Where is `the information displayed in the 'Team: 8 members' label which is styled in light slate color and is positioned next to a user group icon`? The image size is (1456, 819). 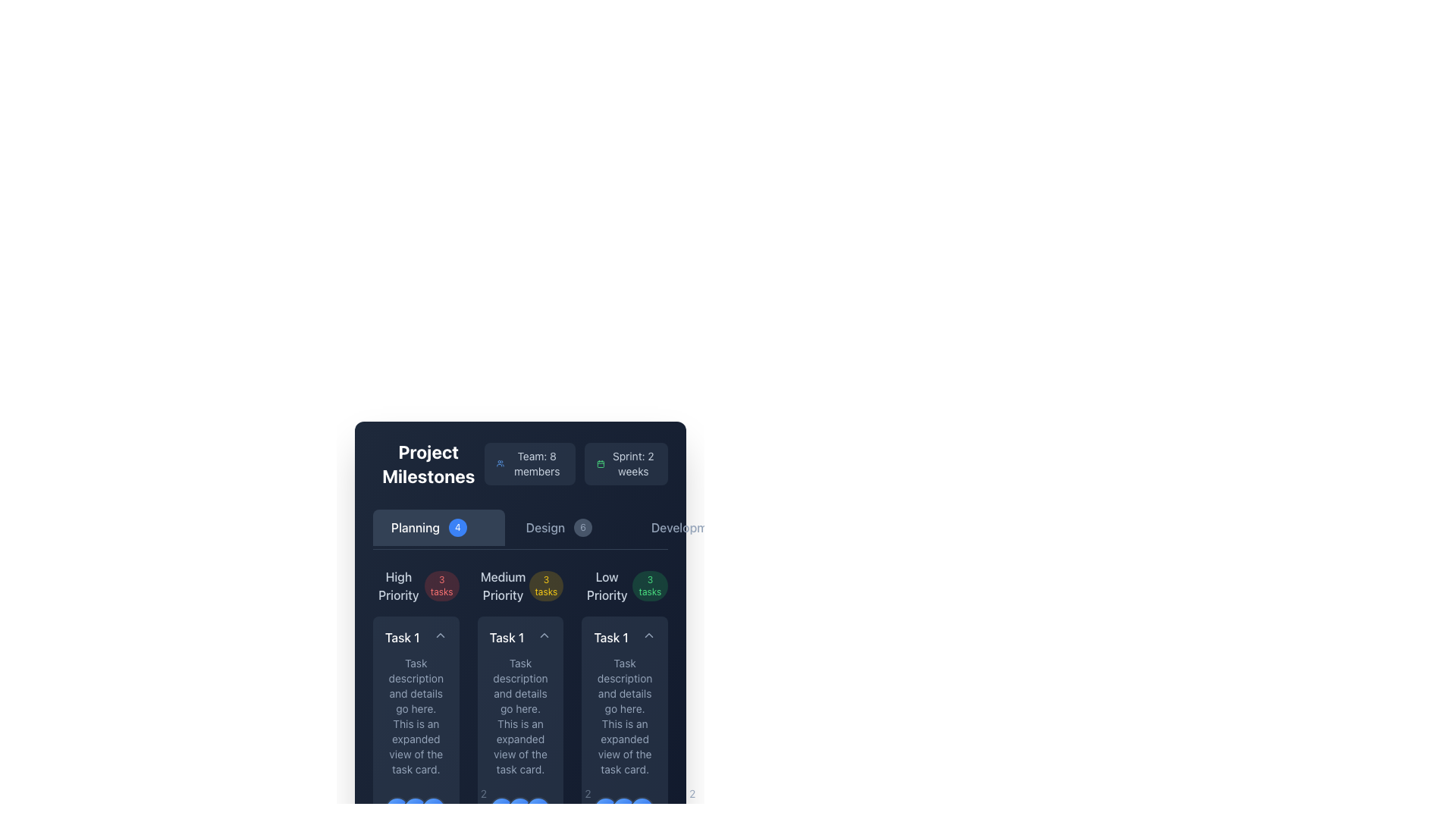
the information displayed in the 'Team: 8 members' label which is styled in light slate color and is positioned next to a user group icon is located at coordinates (520, 463).